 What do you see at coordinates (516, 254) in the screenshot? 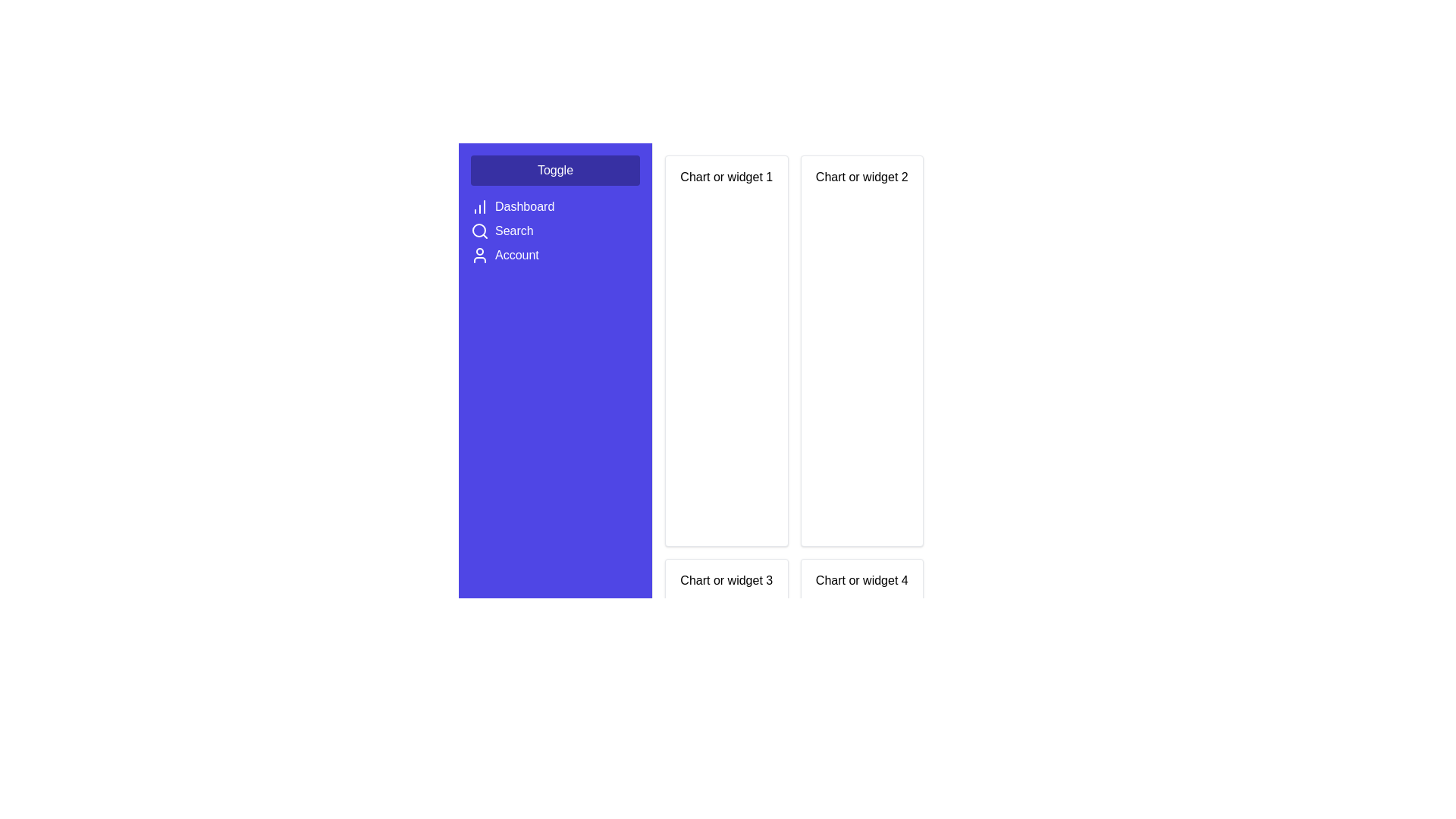
I see `the 'Account' text label in the vertical navigation panel` at bounding box center [516, 254].